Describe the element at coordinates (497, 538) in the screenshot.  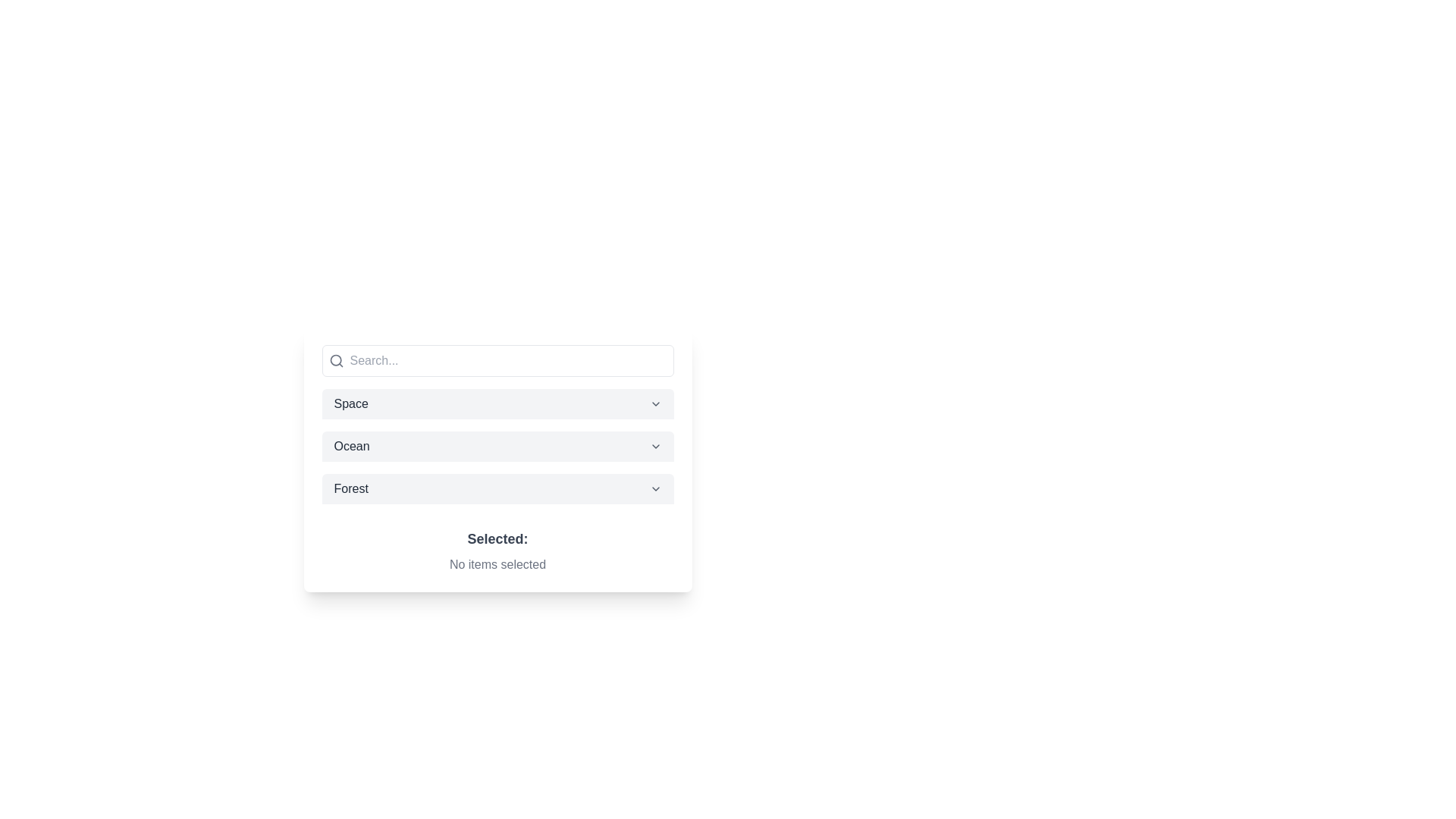
I see `the static text label that displays 'Selected:' which is styled in bold and prominently placed within the interface` at that location.